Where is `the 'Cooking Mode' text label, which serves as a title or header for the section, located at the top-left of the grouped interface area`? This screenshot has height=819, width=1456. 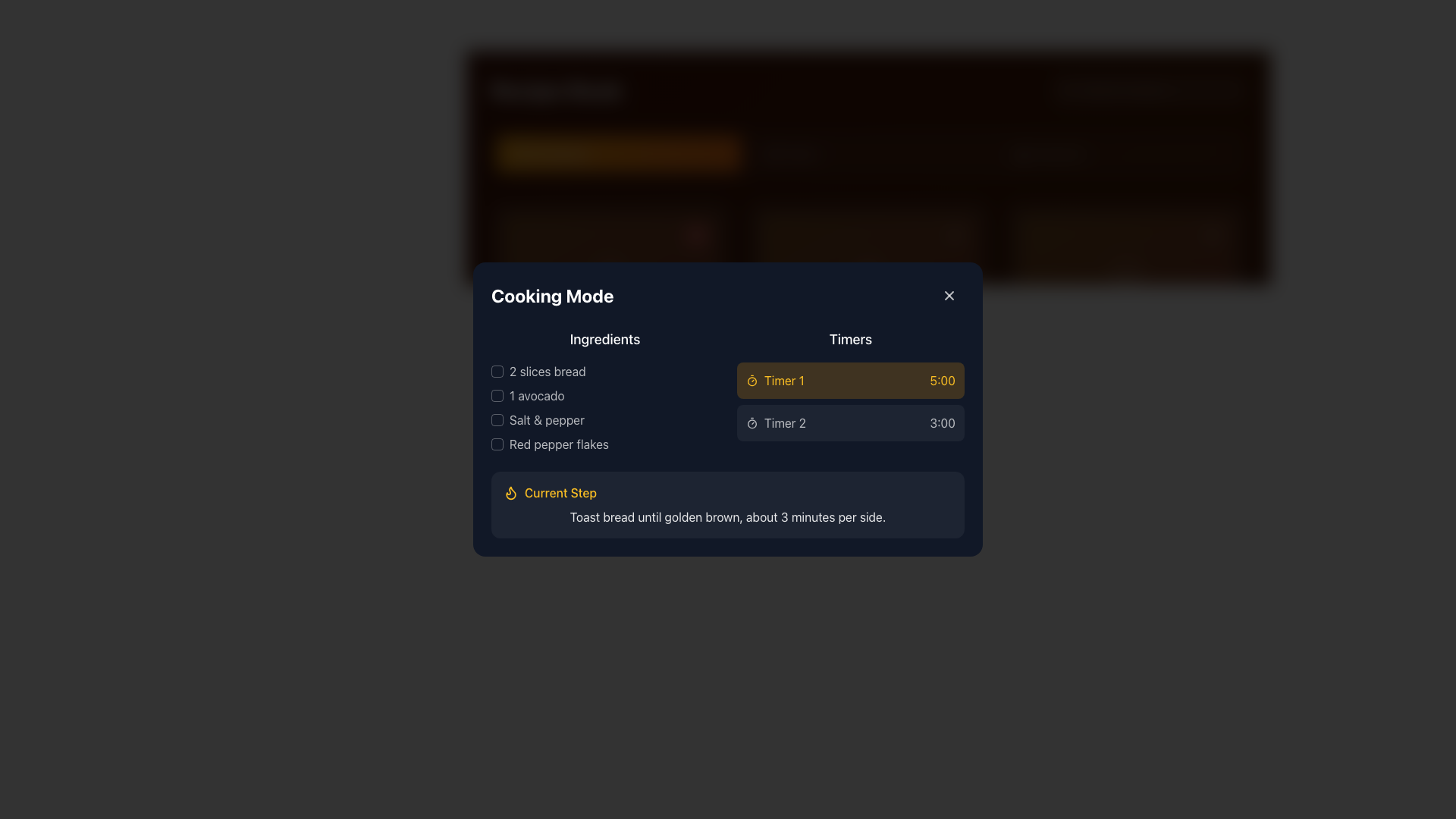 the 'Cooking Mode' text label, which serves as a title or header for the section, located at the top-left of the grouped interface area is located at coordinates (551, 295).